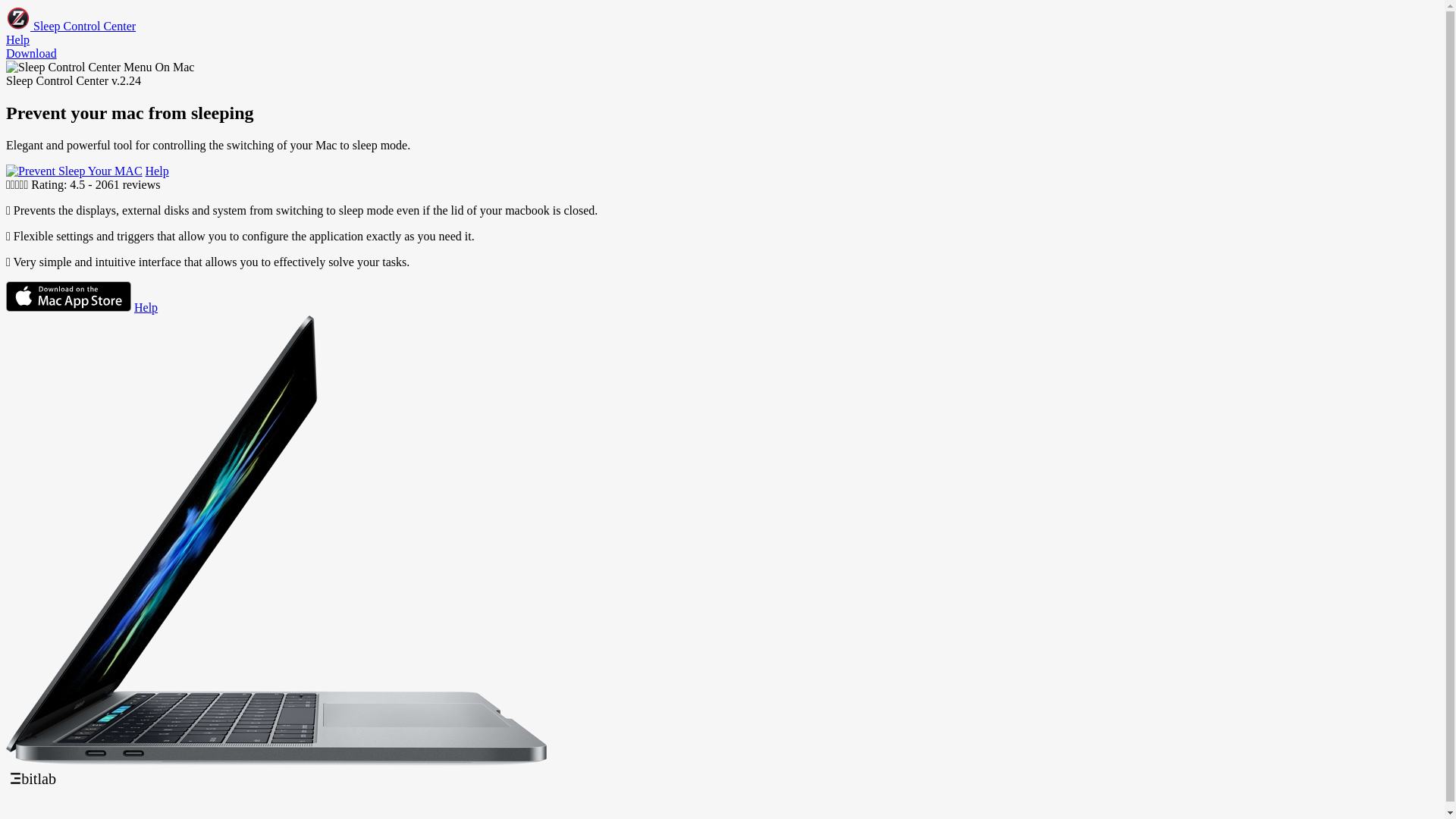  What do you see at coordinates (146, 171) in the screenshot?
I see `'Help'` at bounding box center [146, 171].